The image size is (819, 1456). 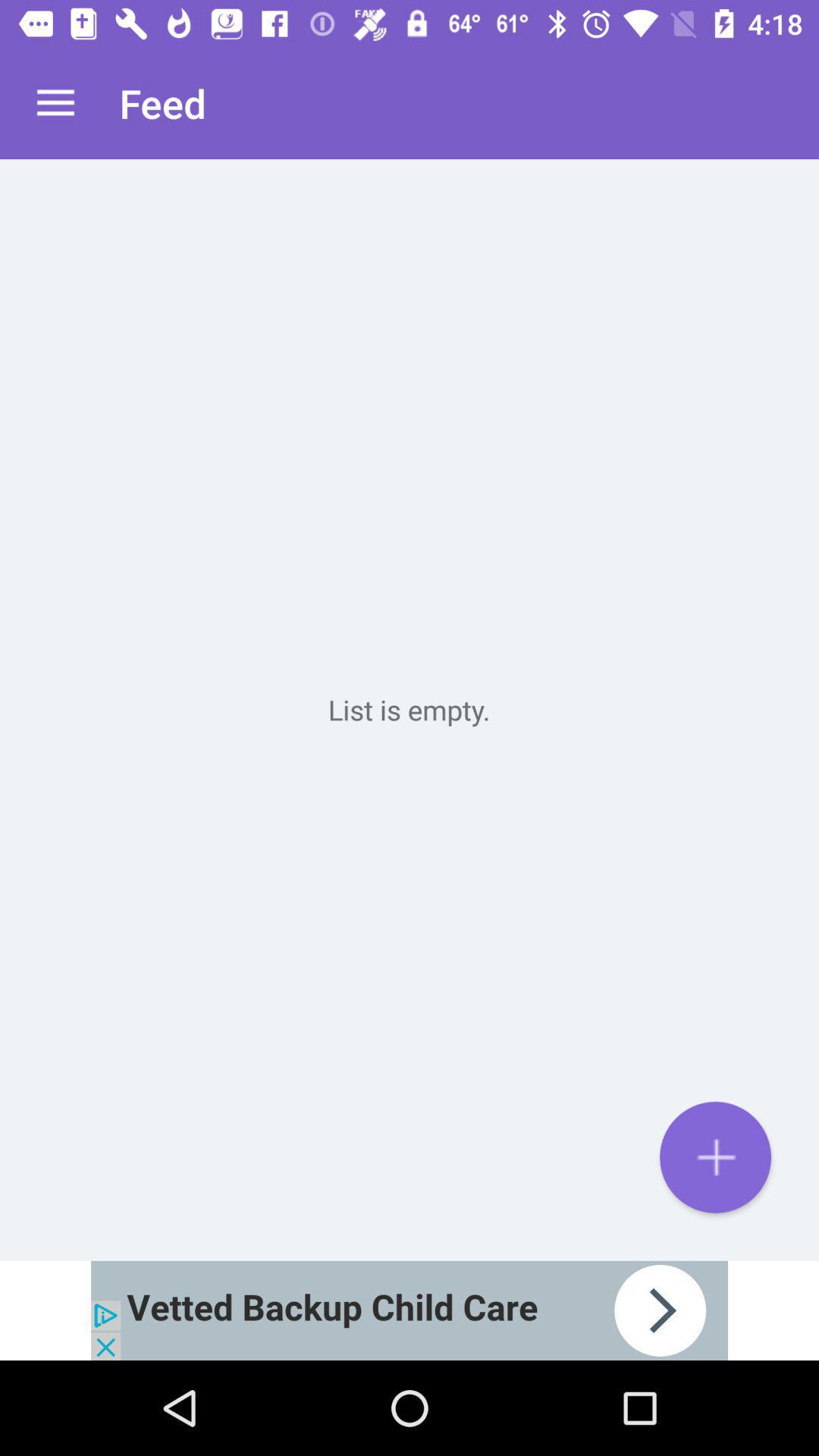 What do you see at coordinates (715, 1156) in the screenshot?
I see `the add icon` at bounding box center [715, 1156].